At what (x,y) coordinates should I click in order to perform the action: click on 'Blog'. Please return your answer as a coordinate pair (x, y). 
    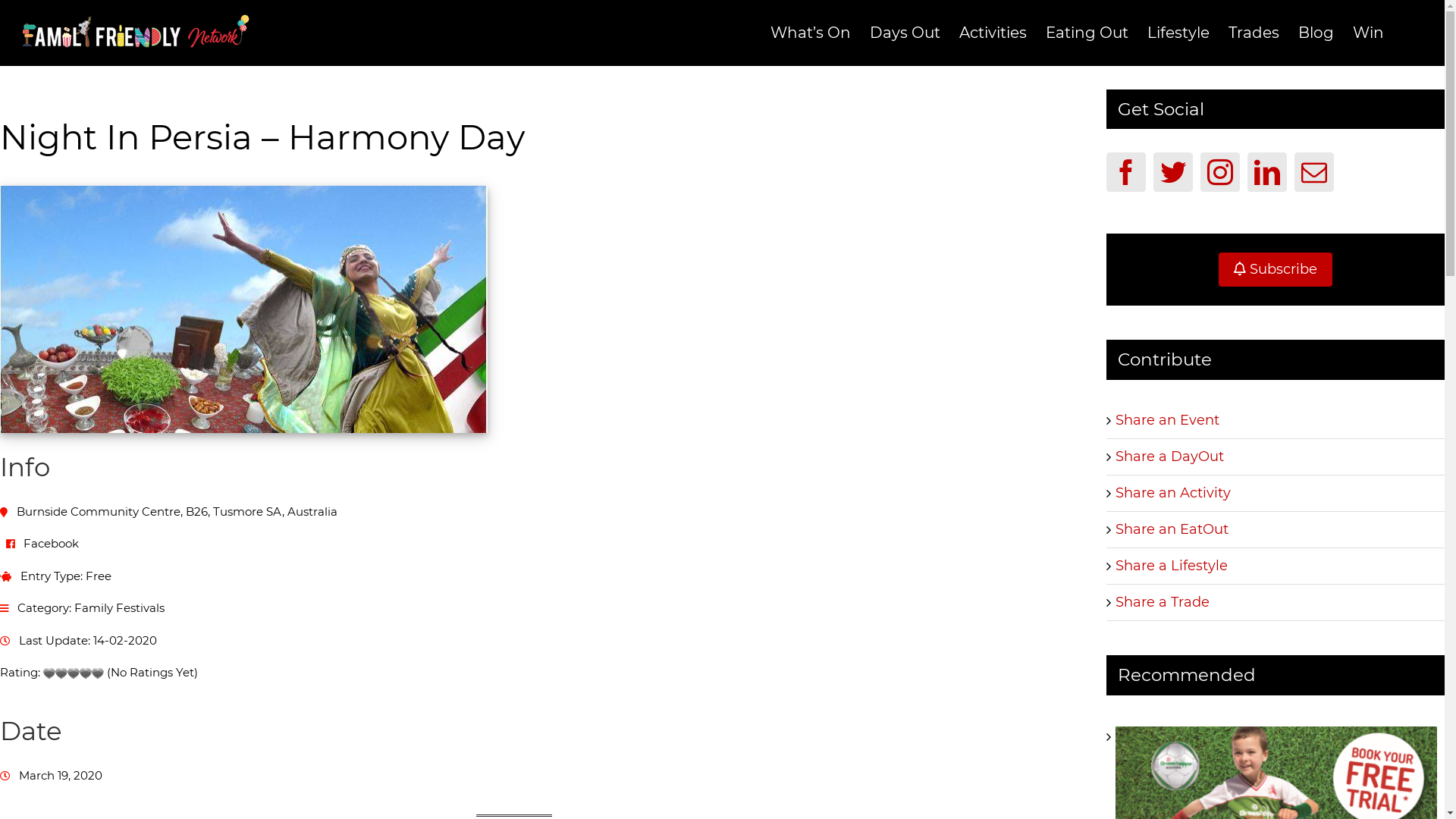
    Looking at the image, I should click on (1298, 33).